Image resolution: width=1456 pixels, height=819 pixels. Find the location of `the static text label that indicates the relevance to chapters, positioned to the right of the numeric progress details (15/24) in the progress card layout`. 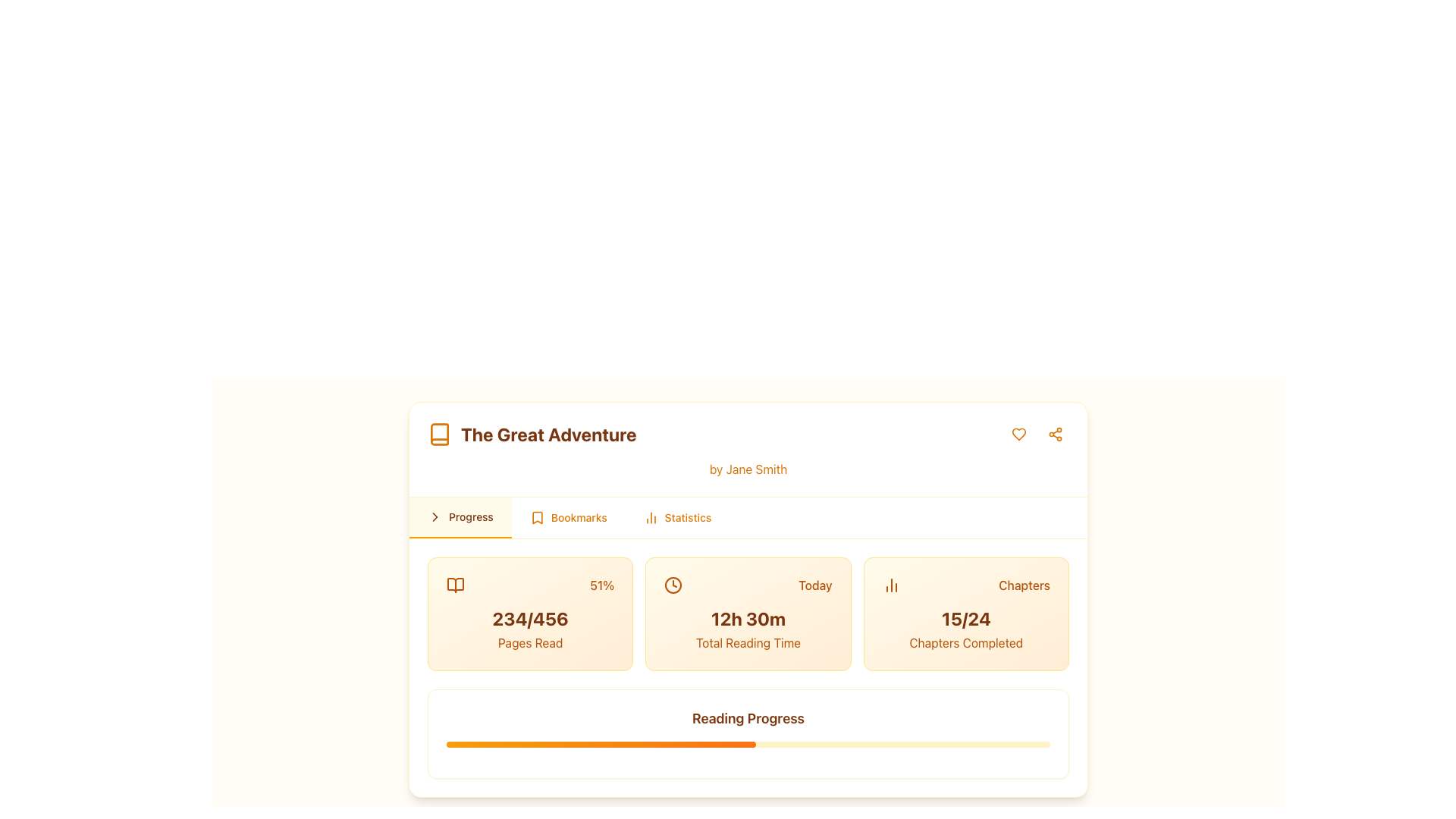

the static text label that indicates the relevance to chapters, positioned to the right of the numeric progress details (15/24) in the progress card layout is located at coordinates (1025, 584).